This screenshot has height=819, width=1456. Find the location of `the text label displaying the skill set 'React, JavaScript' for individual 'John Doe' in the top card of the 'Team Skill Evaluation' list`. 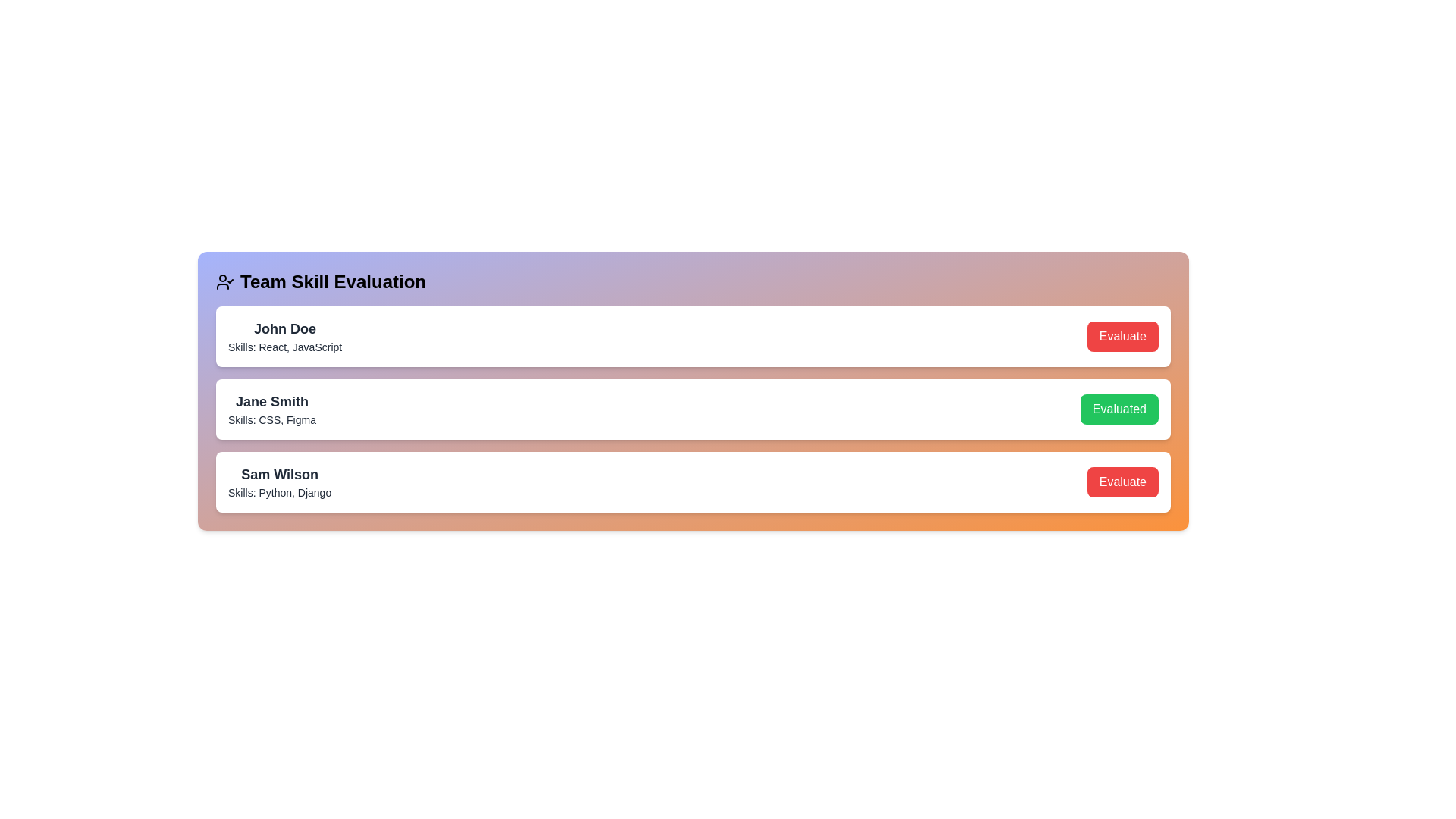

the text label displaying the skill set 'React, JavaScript' for individual 'John Doe' in the top card of the 'Team Skill Evaluation' list is located at coordinates (285, 347).